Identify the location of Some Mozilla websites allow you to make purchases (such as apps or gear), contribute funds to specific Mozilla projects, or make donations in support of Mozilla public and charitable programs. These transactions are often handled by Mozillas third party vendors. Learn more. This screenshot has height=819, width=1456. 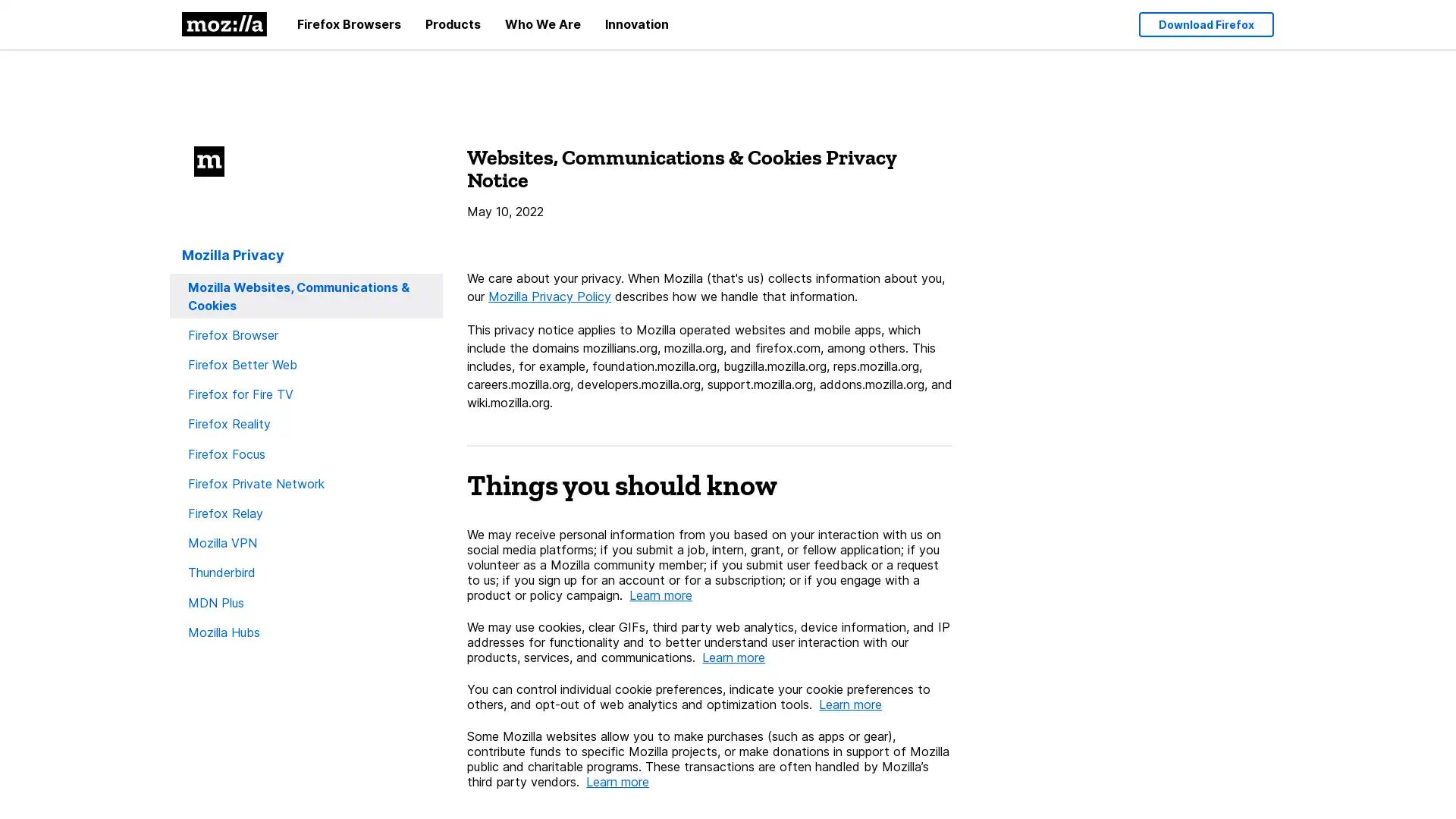
(709, 758).